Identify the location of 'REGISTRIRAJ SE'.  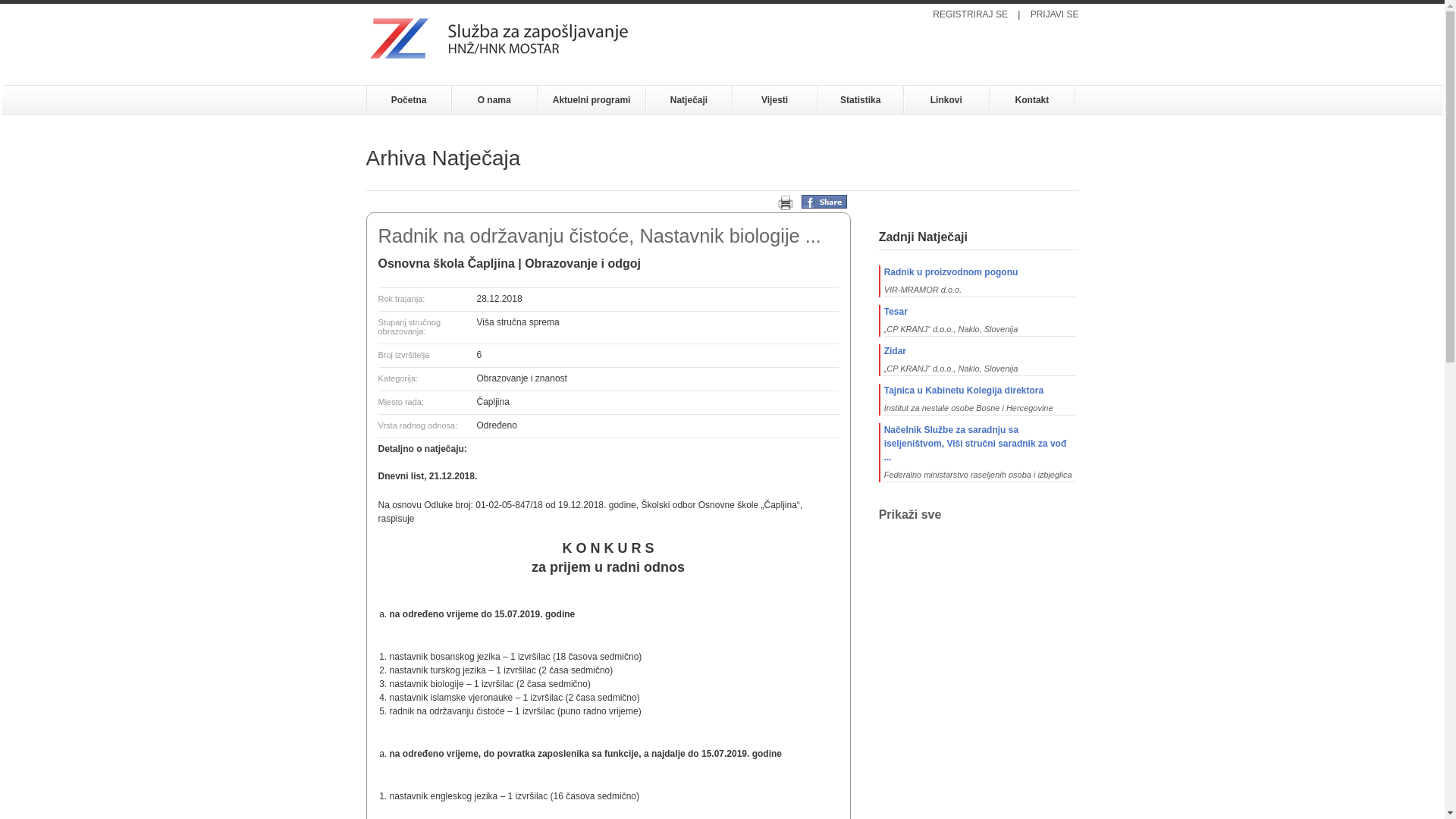
(969, 14).